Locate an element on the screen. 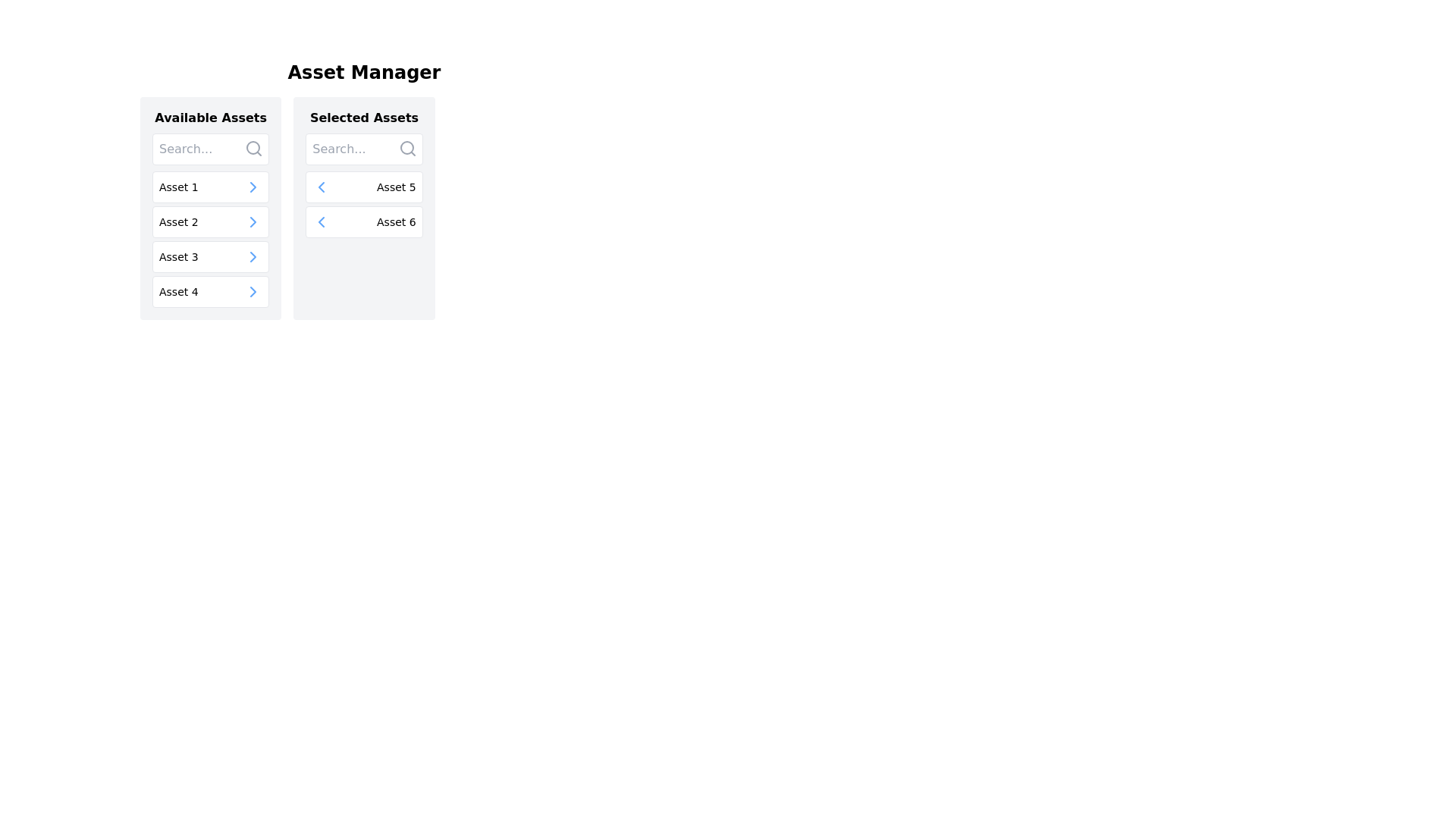  the button icon located at the left edge of the 'Asset 6' entry in the 'Selected Assets' column is located at coordinates (321, 222).